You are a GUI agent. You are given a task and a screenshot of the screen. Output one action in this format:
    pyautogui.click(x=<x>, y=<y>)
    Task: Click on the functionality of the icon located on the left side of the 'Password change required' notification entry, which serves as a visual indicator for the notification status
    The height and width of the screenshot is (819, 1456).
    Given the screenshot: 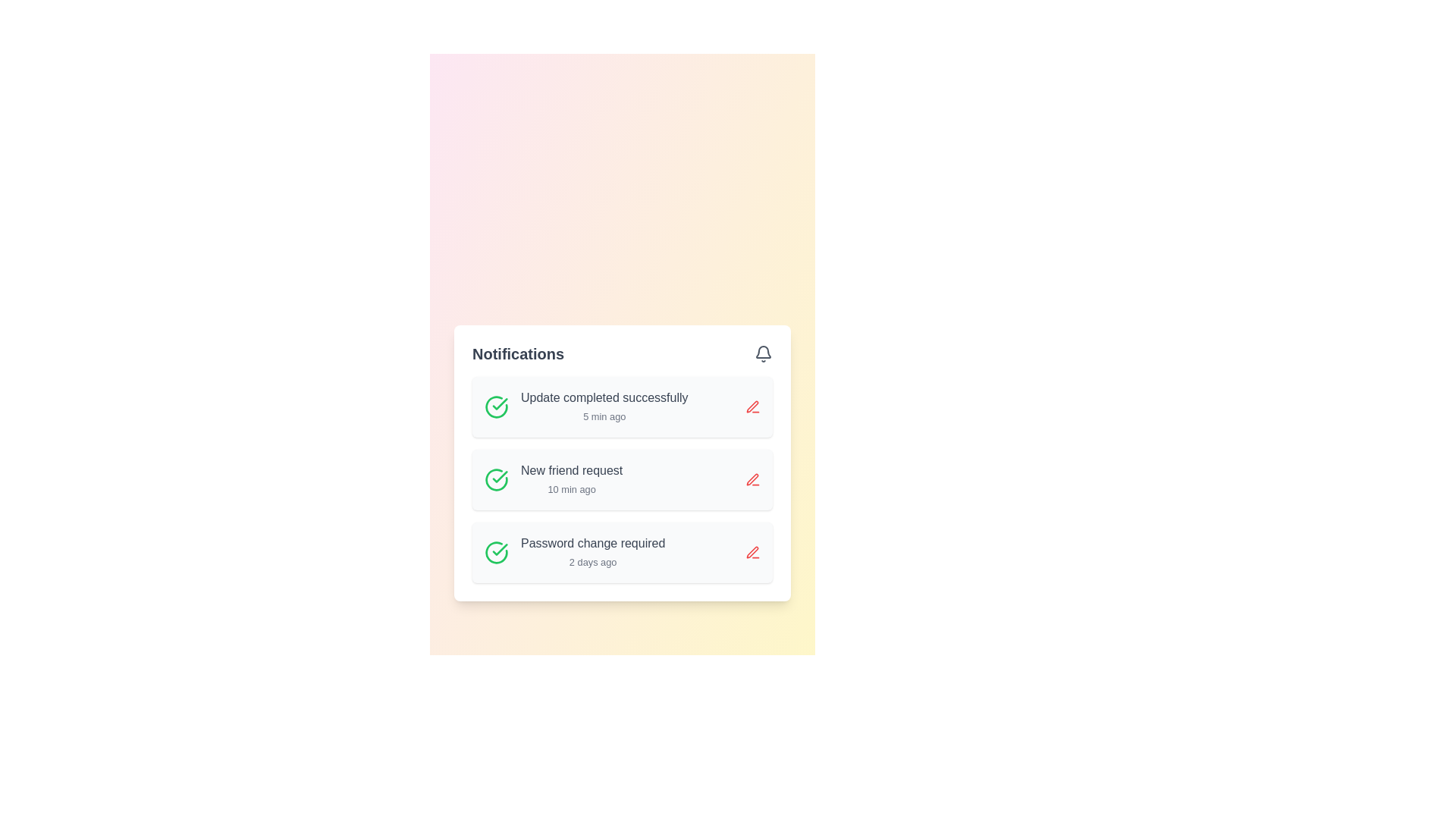 What is the action you would take?
    pyautogui.click(x=496, y=553)
    